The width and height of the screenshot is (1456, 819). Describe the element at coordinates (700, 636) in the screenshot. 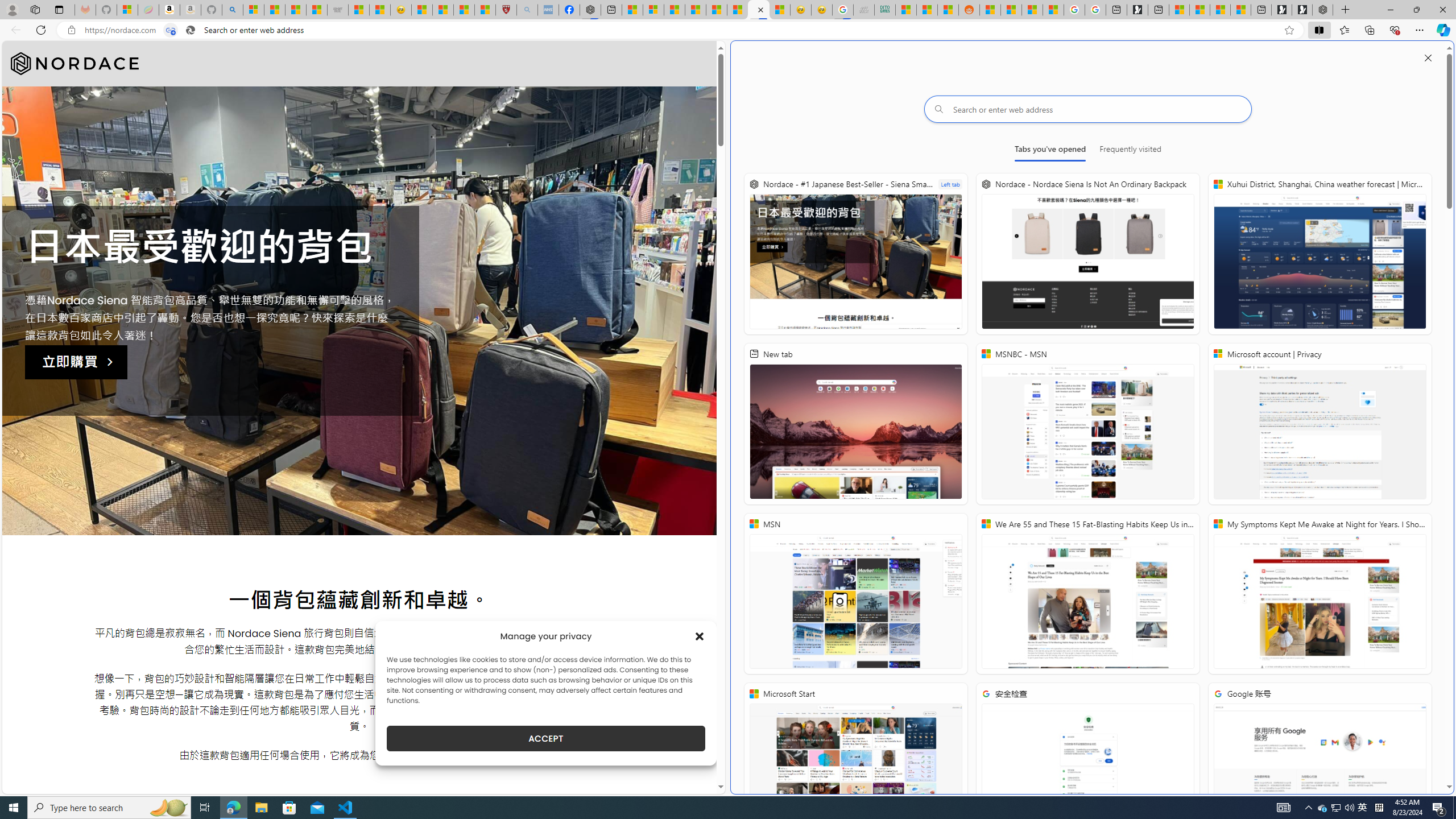

I see `'Class: cmplz-close'` at that location.